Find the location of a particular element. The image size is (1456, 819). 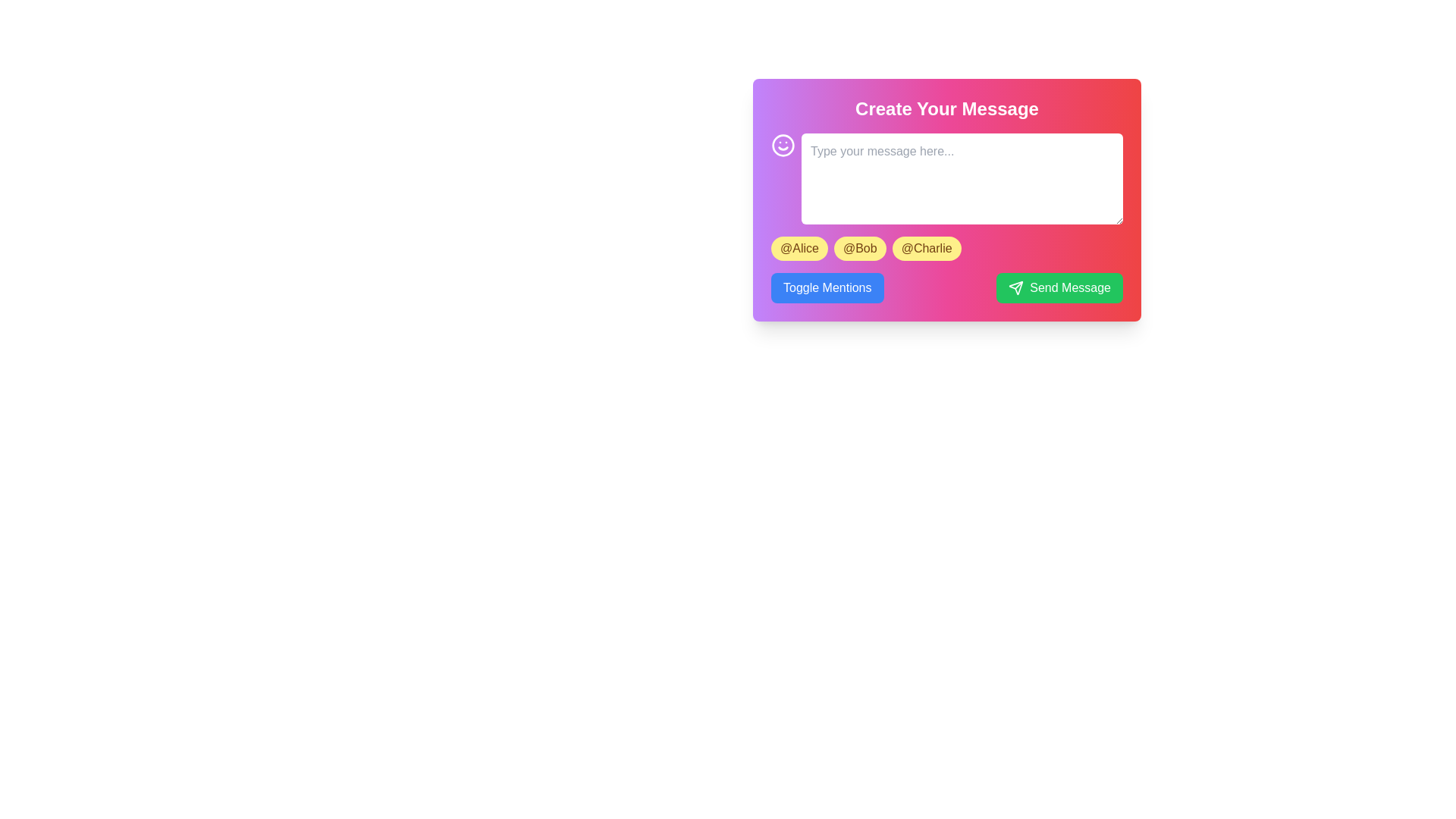

the decorative SVG circle element at the center of the smiley face icon located in the top-left corner of the message creation card is located at coordinates (783, 146).